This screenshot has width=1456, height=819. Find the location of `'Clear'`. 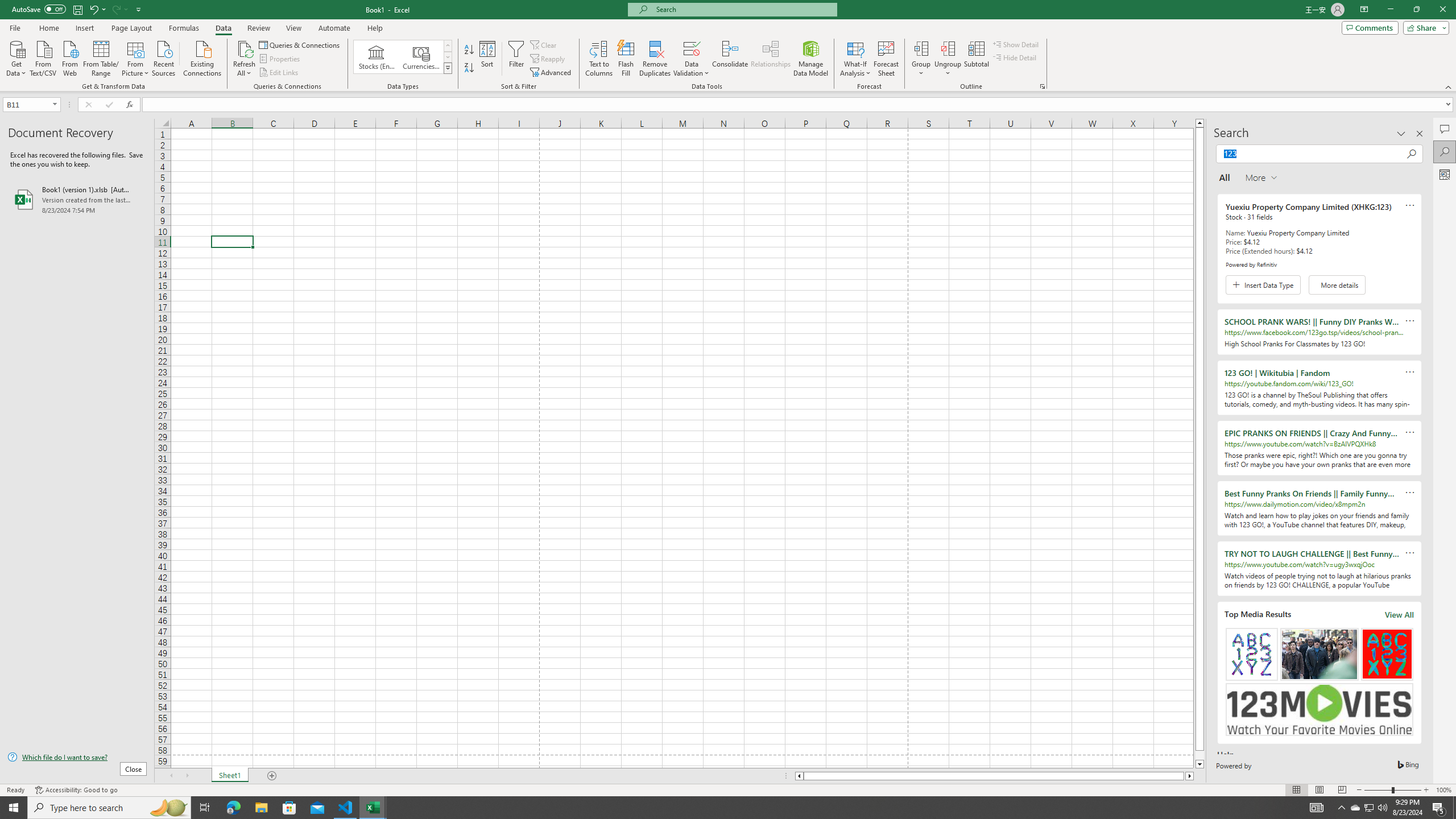

'Clear' is located at coordinates (544, 44).